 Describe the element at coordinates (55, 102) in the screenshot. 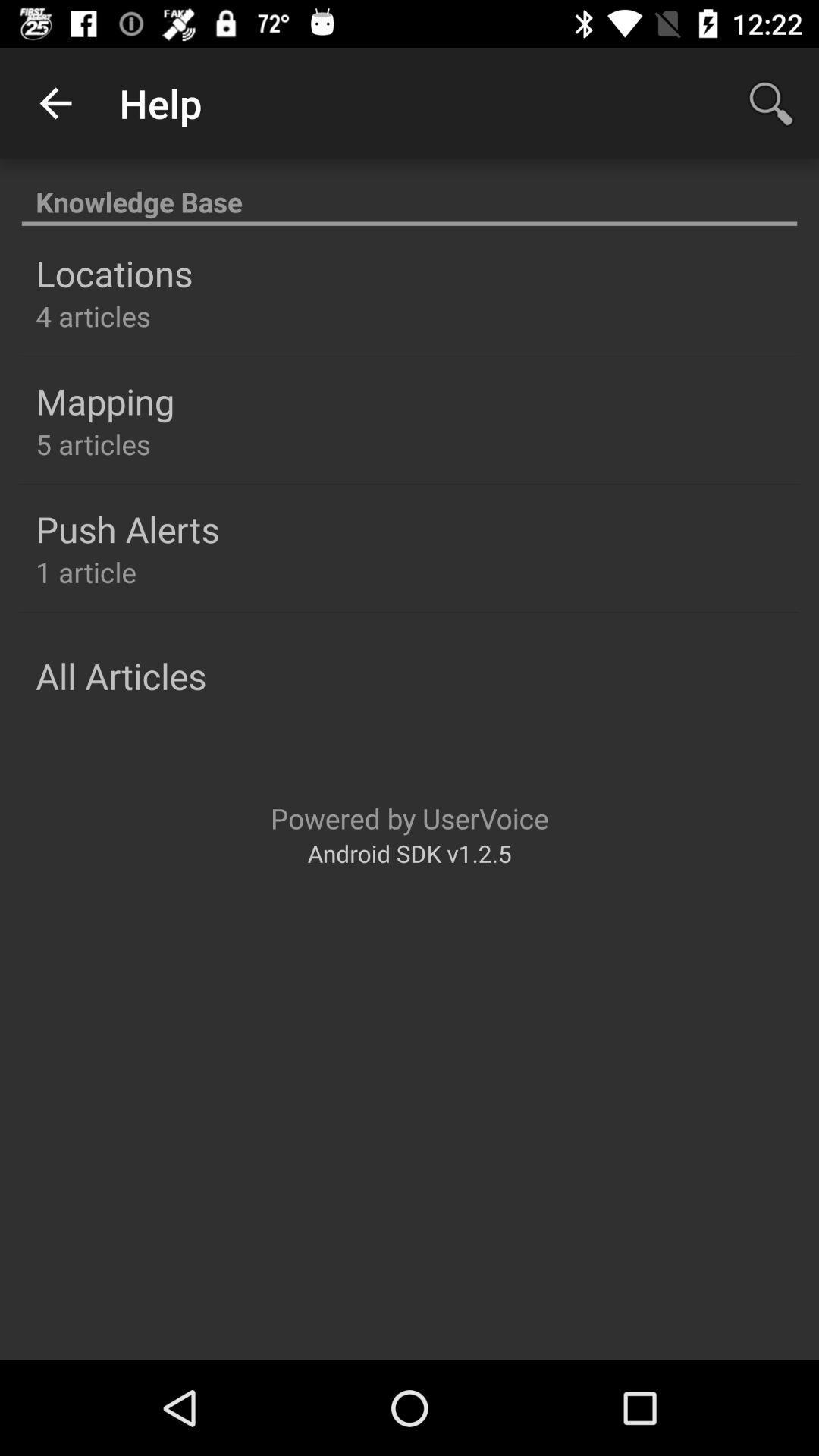

I see `item above the knowledge base item` at that location.